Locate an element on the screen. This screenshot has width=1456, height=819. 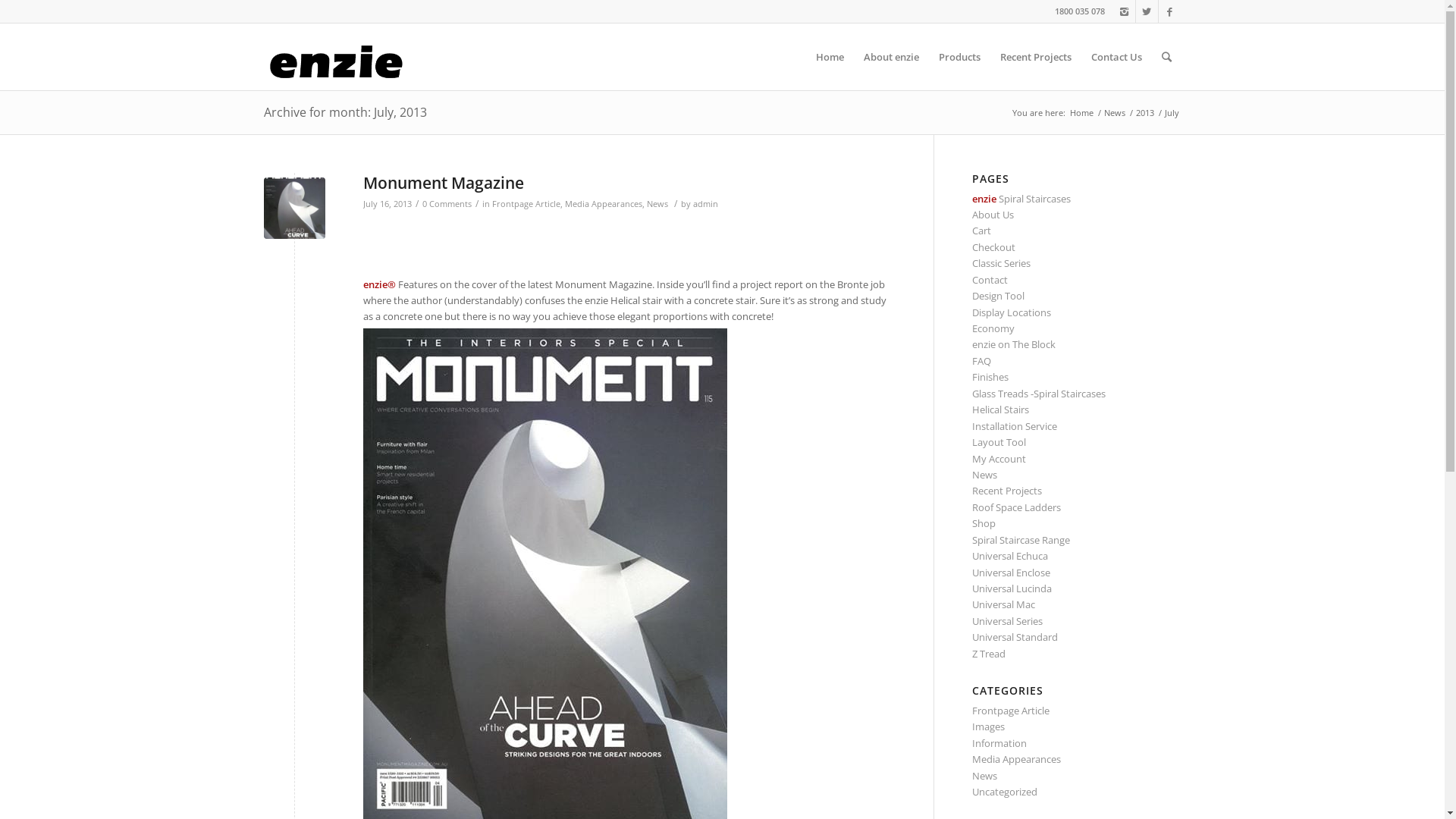
'Universal Echuca' is located at coordinates (1010, 555).